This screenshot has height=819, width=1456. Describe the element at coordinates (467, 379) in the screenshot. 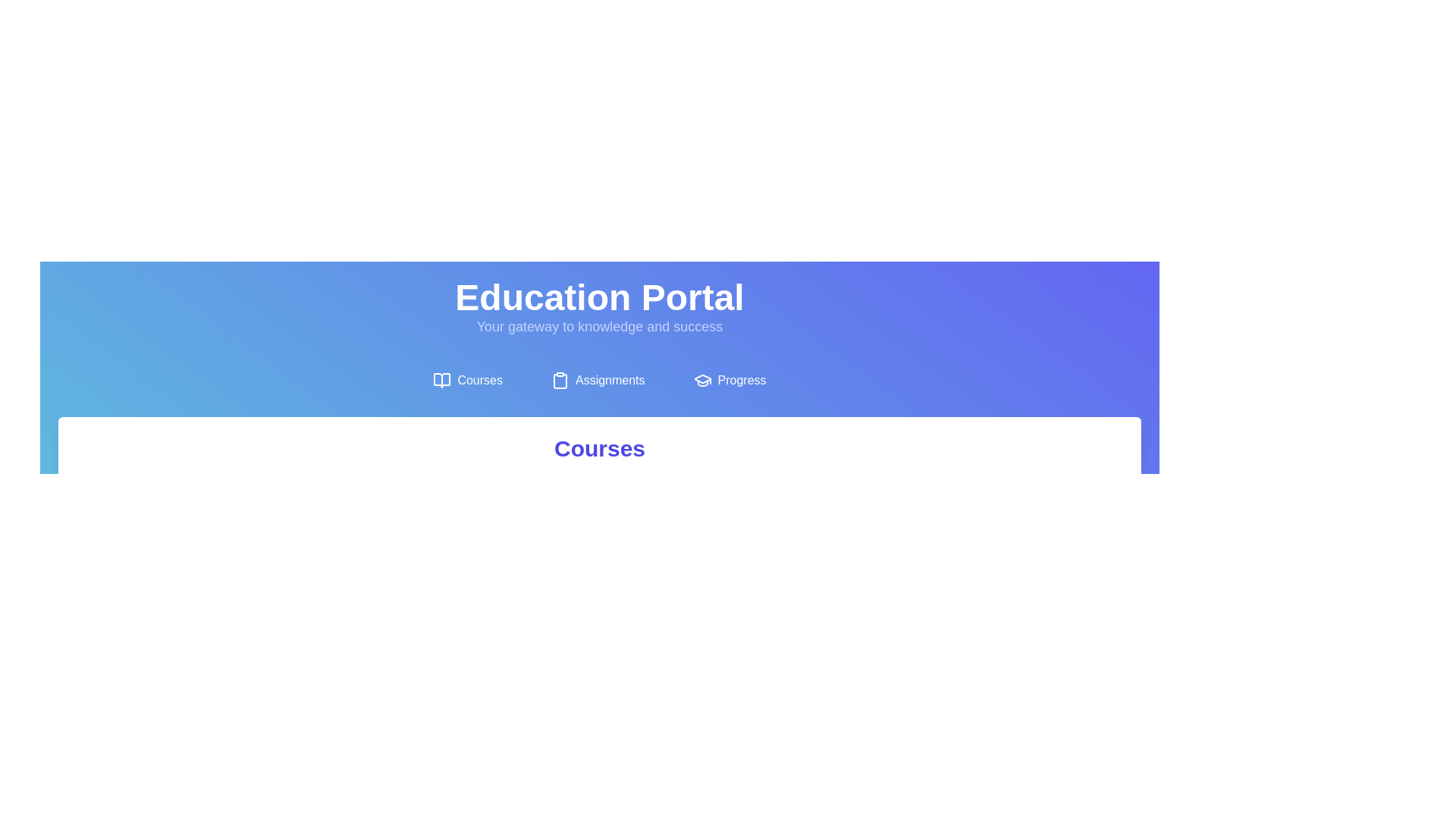

I see `the Courses tab to view its content` at that location.